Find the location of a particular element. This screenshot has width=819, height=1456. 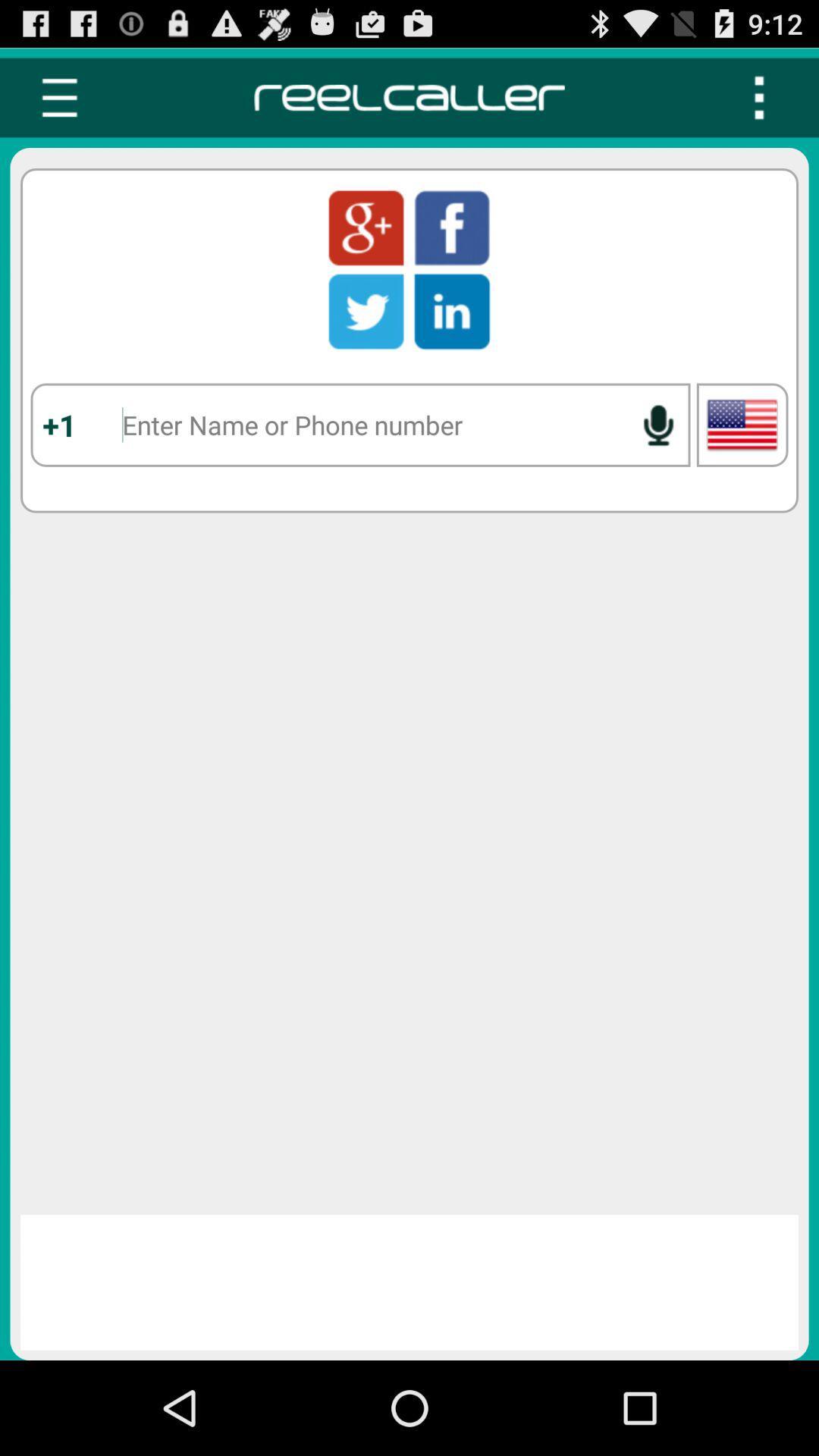

the facebook icon is located at coordinates (451, 243).